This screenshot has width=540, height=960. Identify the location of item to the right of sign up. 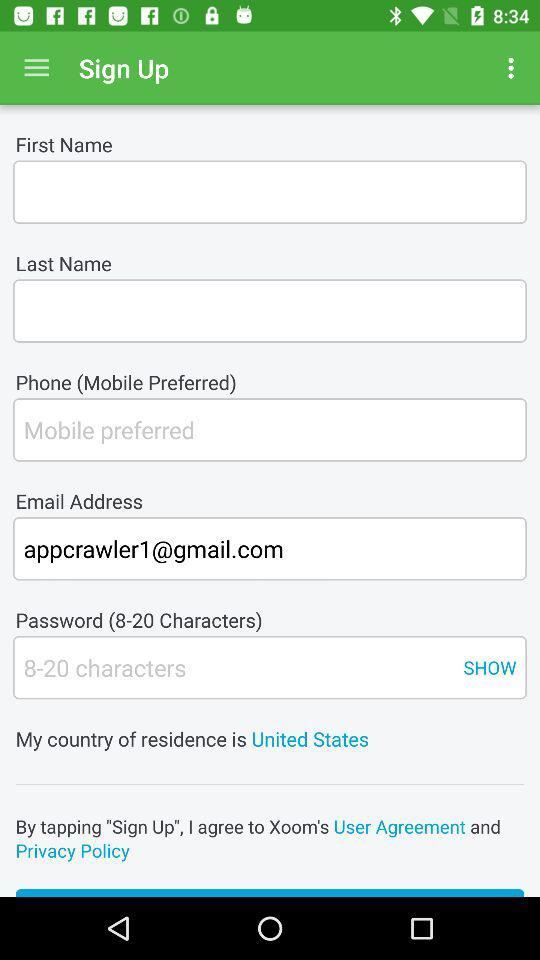
(513, 68).